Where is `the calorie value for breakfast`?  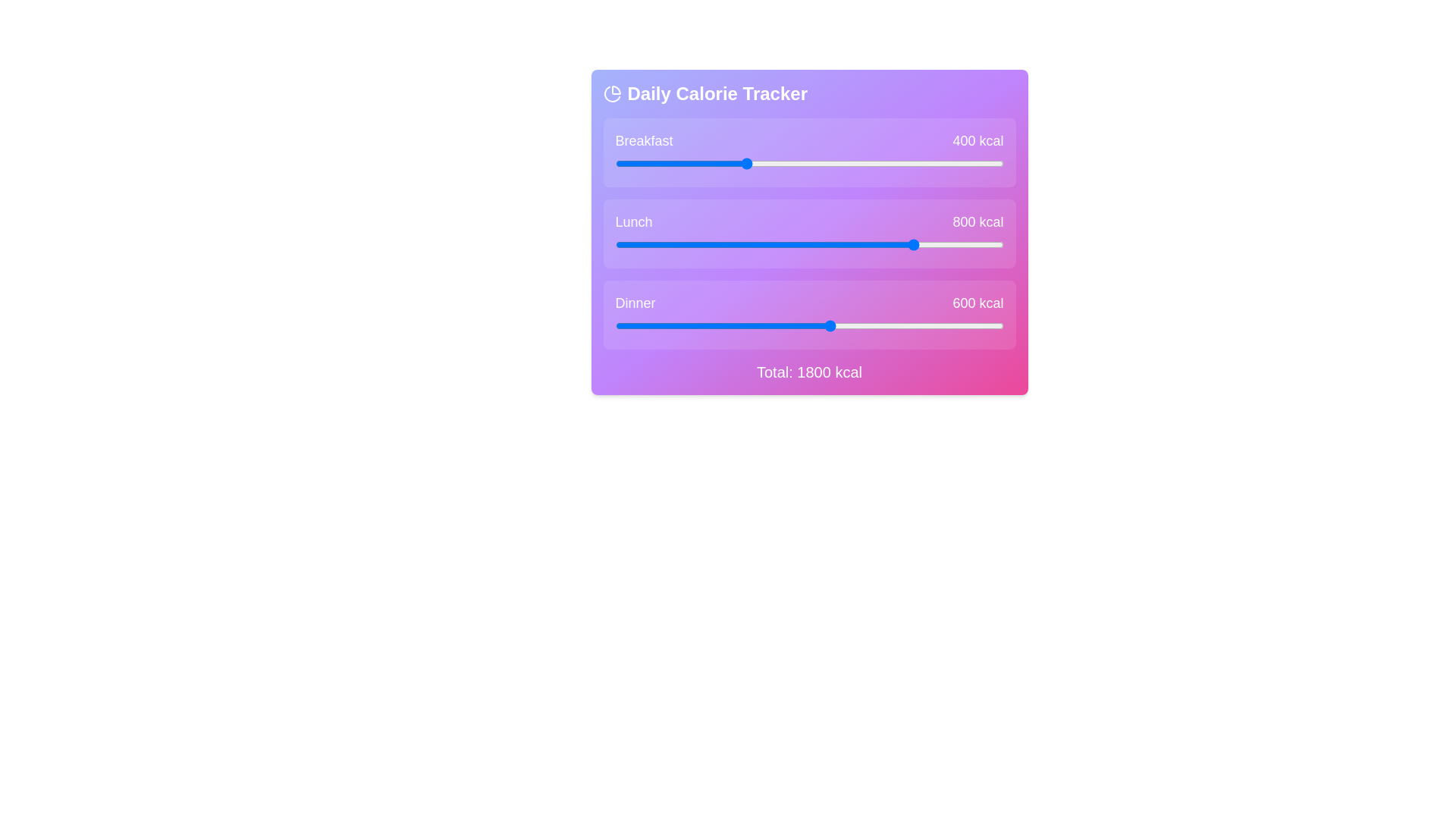 the calorie value for breakfast is located at coordinates (755, 164).